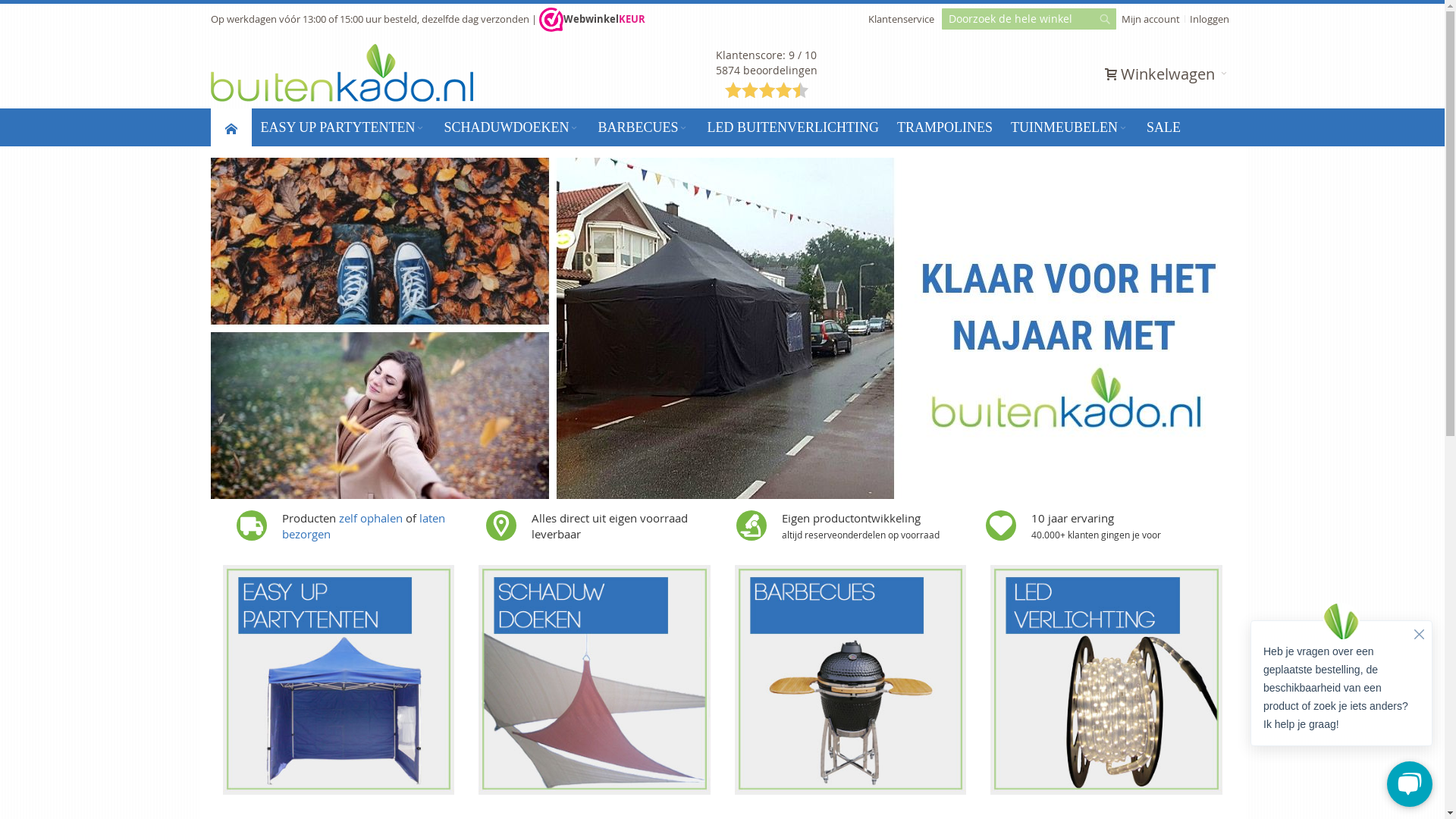 This screenshot has width=1456, height=819. I want to click on 'SALE', so click(1163, 127).